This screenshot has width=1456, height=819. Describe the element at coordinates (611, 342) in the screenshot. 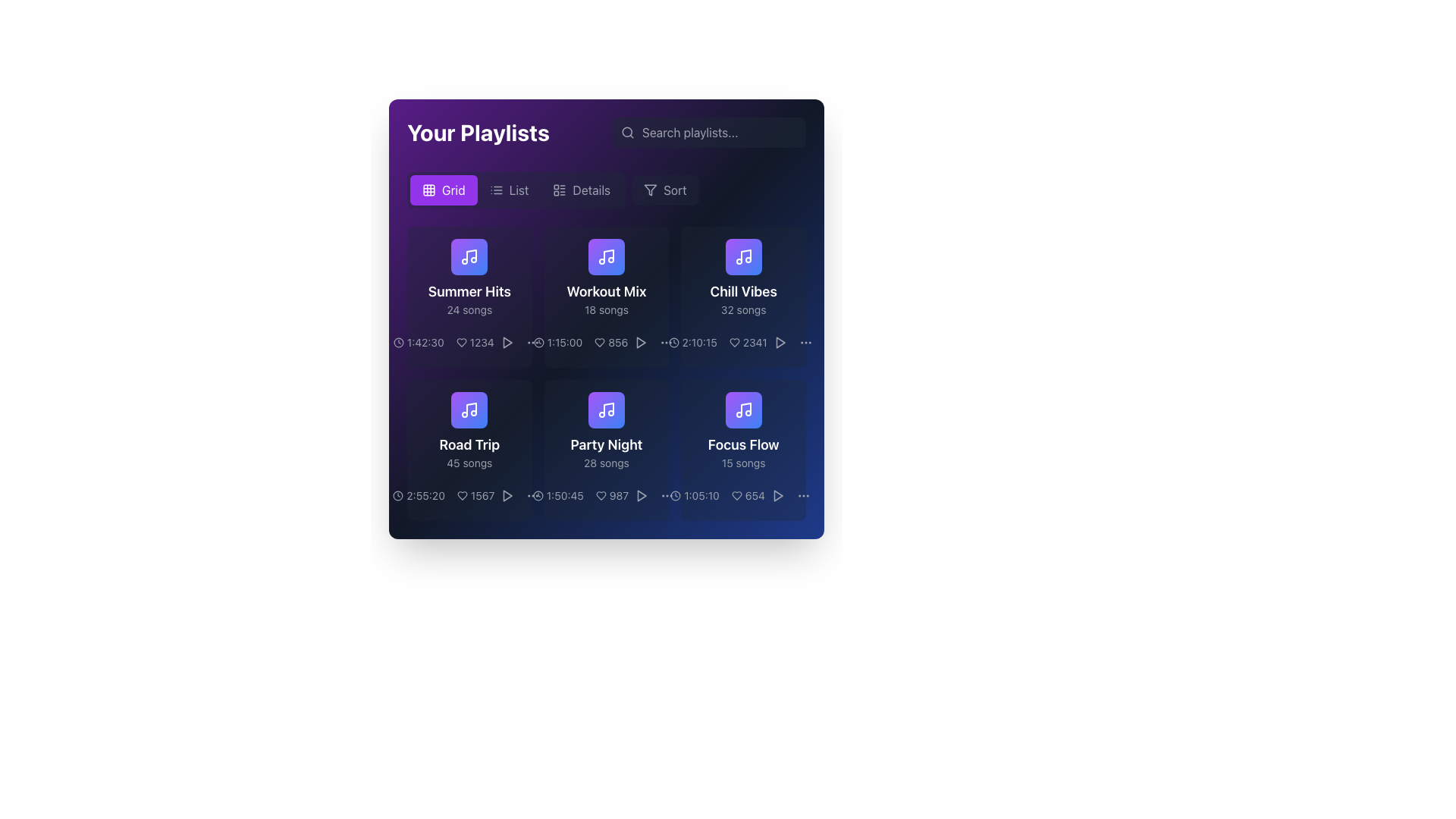

I see `the engagement count text element located within the 'Workout Mix' tile in the playlist grid, positioned below the main title and icon, adjacent to the text '1:15:00' on the left and above the play button on the right` at that location.